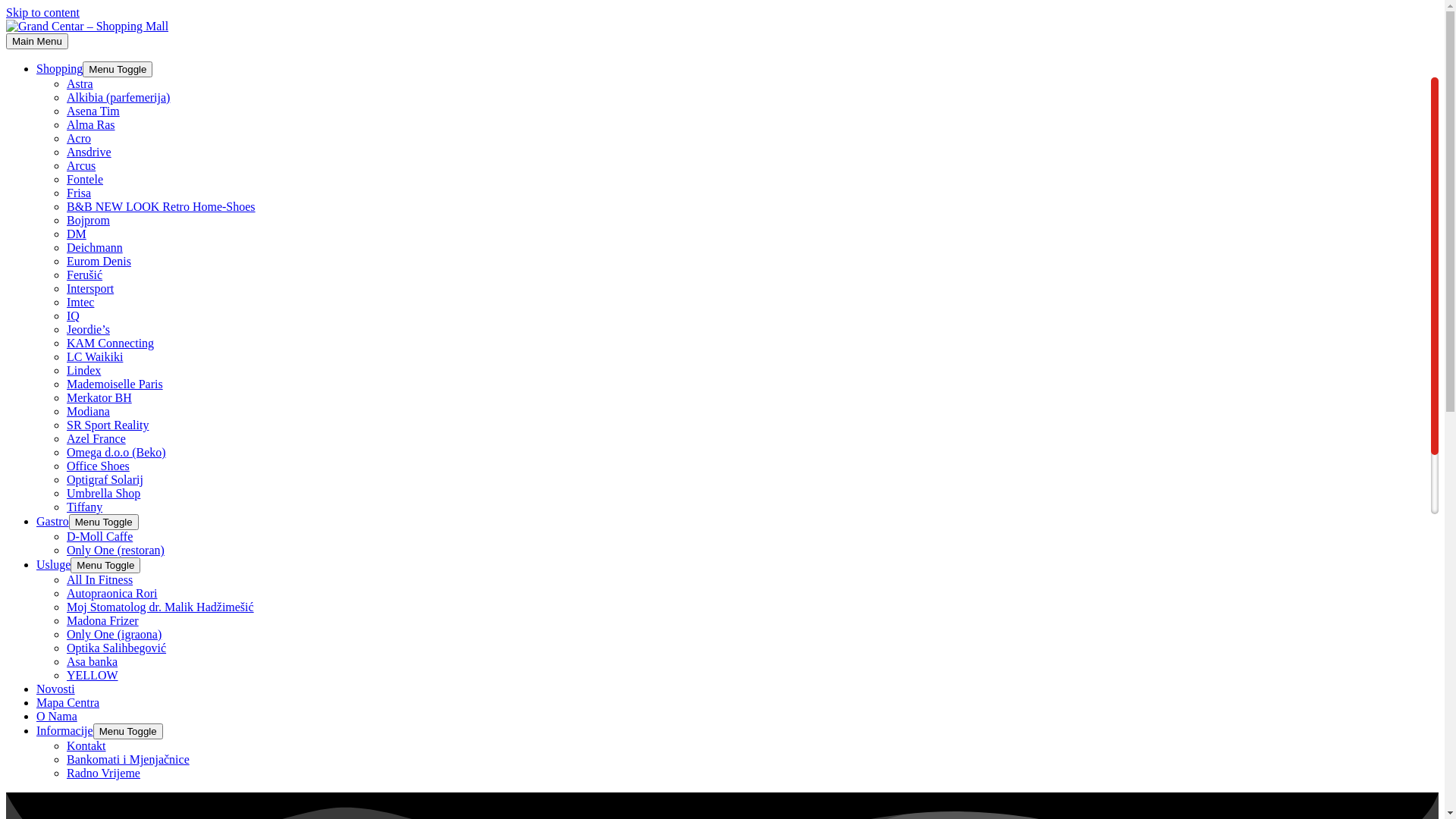  I want to click on 'Gastro', so click(36, 520).